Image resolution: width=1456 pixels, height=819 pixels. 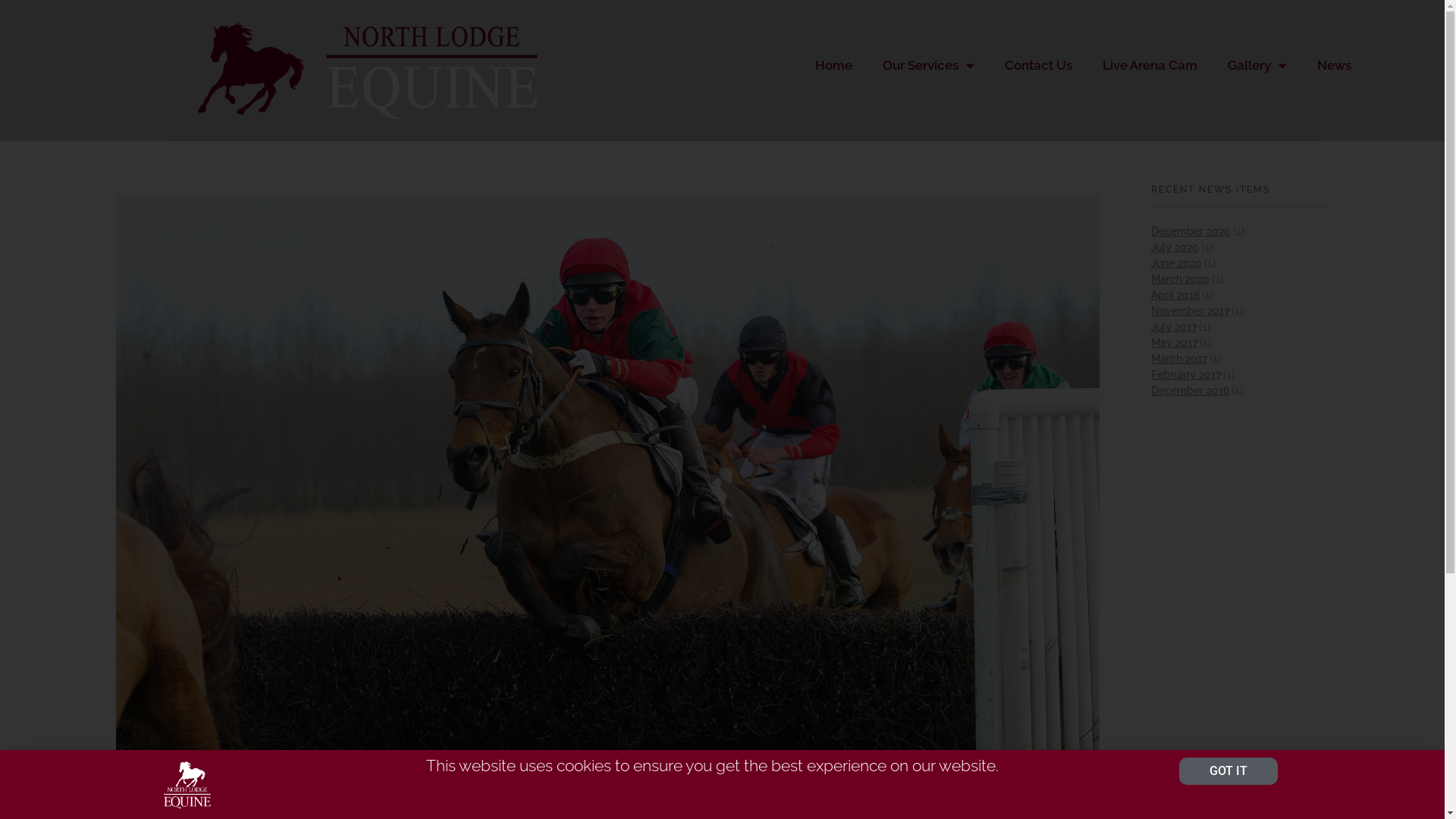 What do you see at coordinates (1189, 390) in the screenshot?
I see `'December 2016'` at bounding box center [1189, 390].